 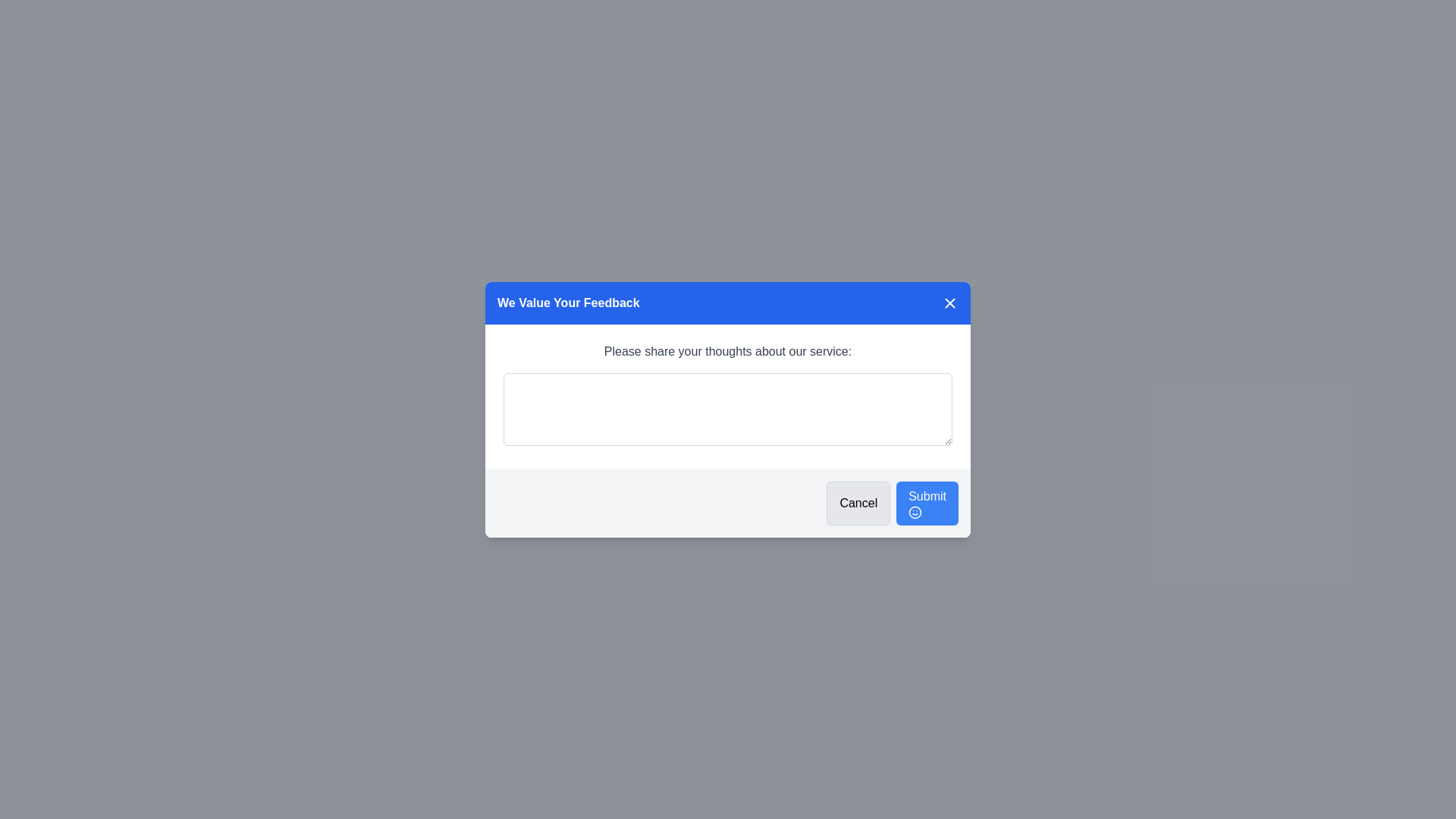 I want to click on static text label that says 'Please share your thoughts about our service:' which is displayed in gray color above the text input box in the modal dialog, so click(x=728, y=351).